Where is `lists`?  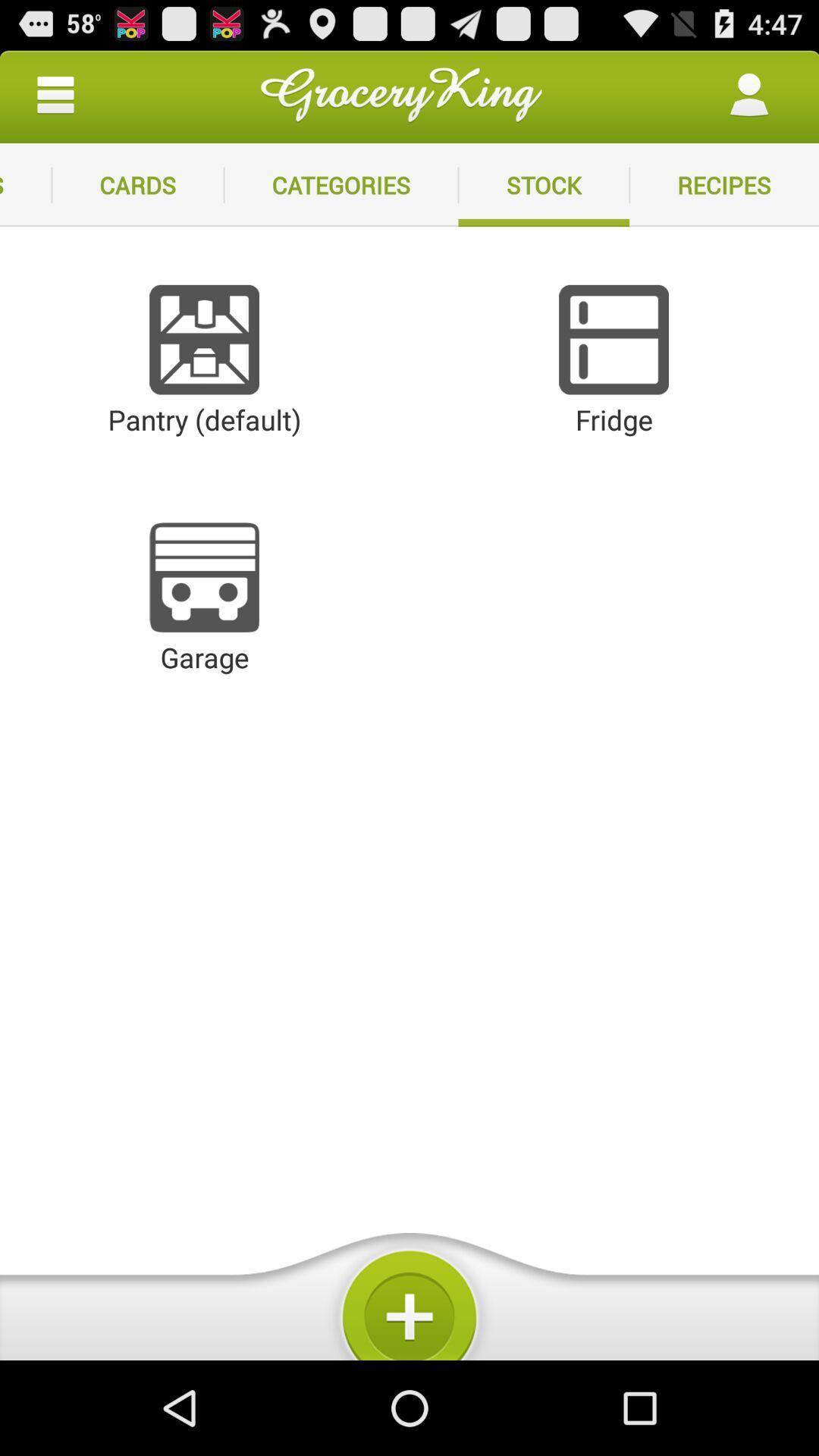 lists is located at coordinates (26, 184).